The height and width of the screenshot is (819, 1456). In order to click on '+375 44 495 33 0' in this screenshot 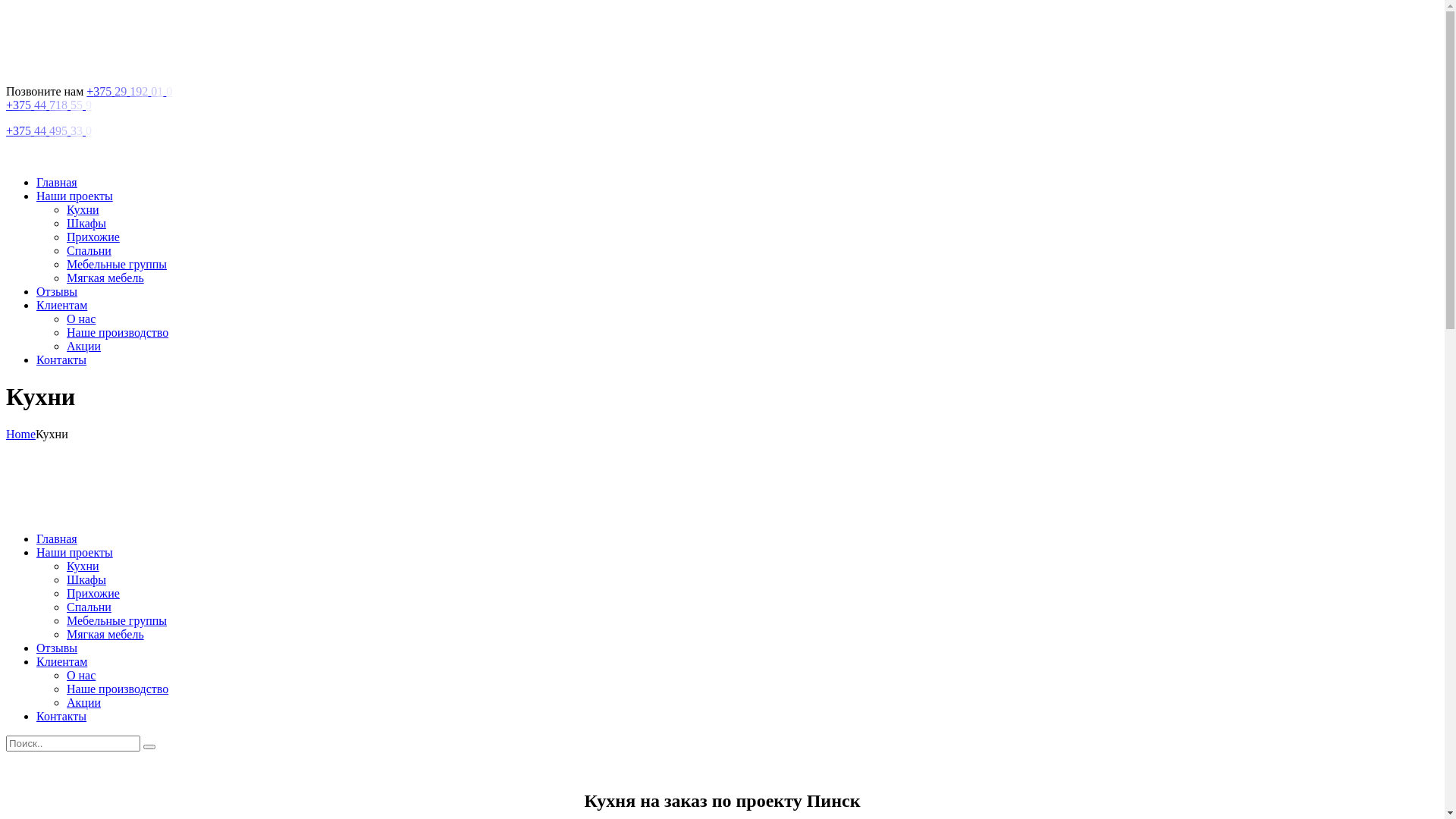, I will do `click(52, 130)`.